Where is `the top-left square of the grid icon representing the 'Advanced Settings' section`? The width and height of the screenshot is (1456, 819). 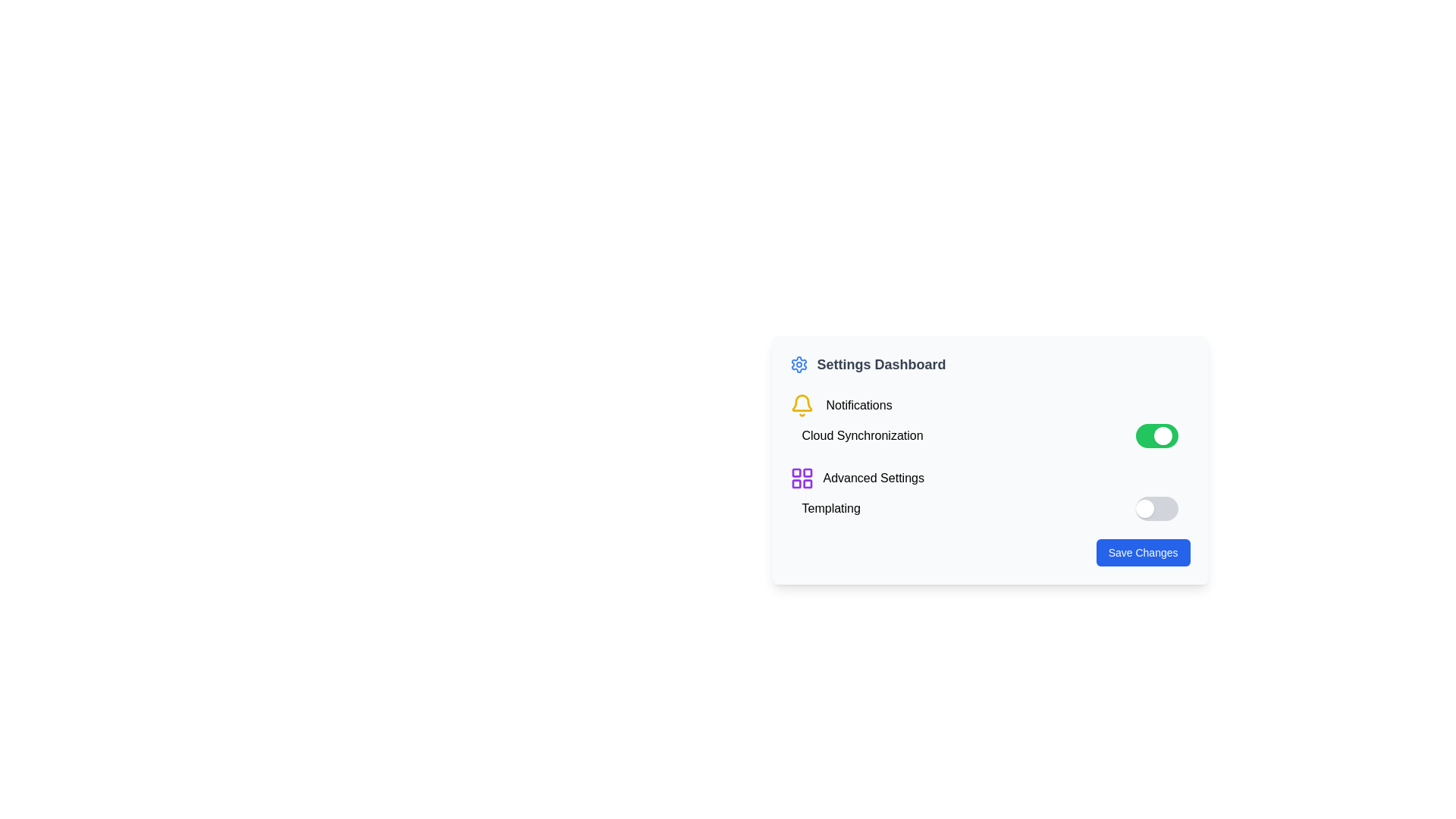
the top-left square of the grid icon representing the 'Advanced Settings' section is located at coordinates (795, 472).